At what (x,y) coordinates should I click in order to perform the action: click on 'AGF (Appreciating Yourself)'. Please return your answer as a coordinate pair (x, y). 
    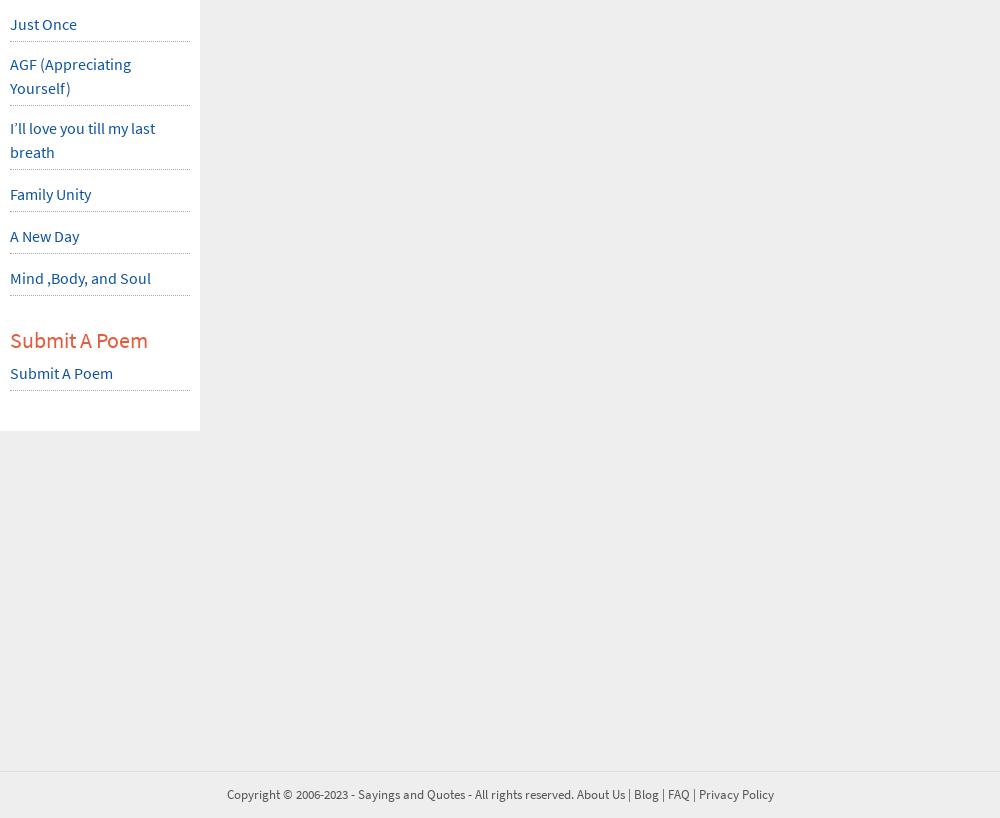
    Looking at the image, I should click on (10, 75).